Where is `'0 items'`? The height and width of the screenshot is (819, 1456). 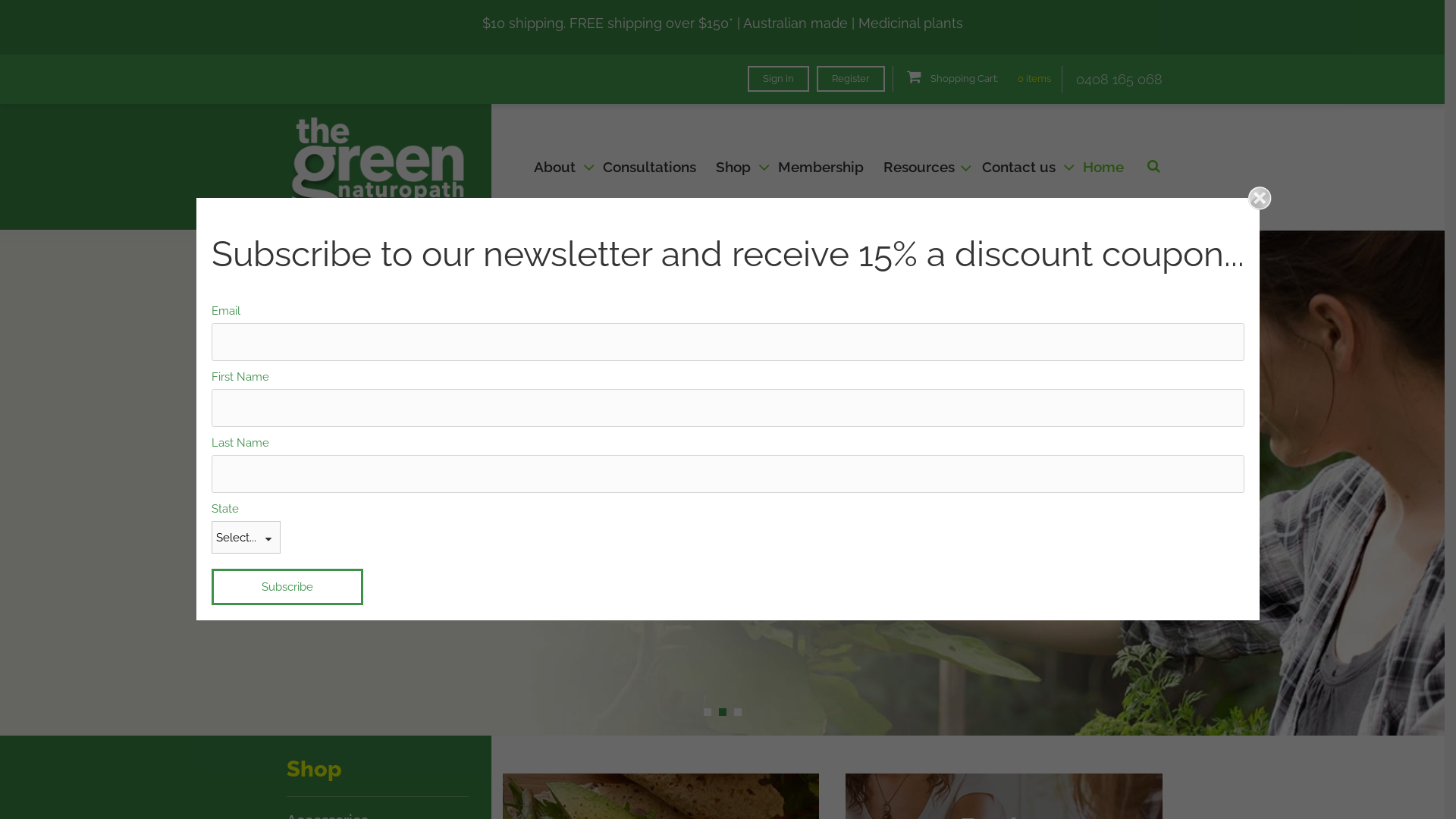
'0 items' is located at coordinates (1033, 79).